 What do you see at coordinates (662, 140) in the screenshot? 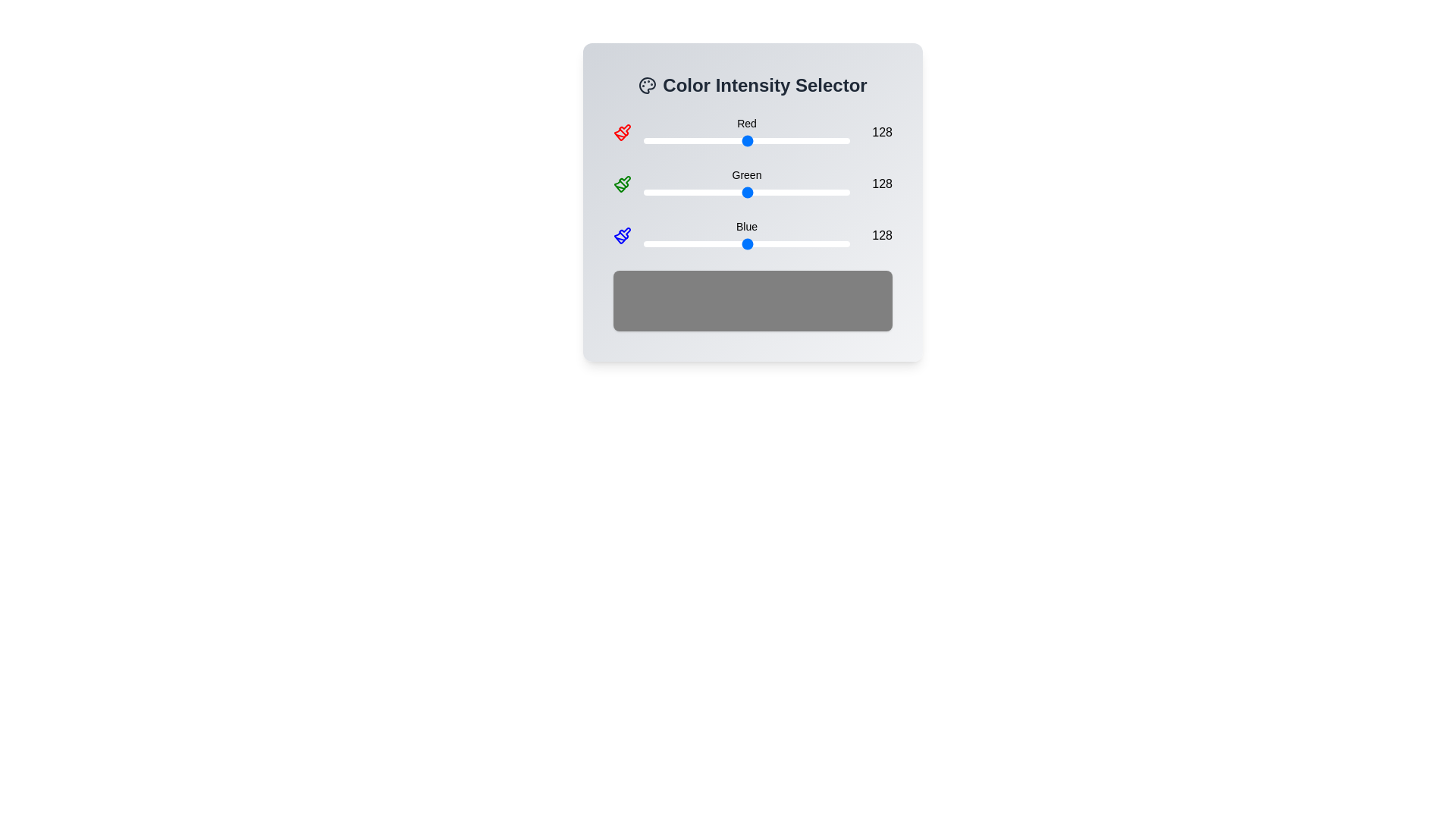
I see `the red intensity` at bounding box center [662, 140].